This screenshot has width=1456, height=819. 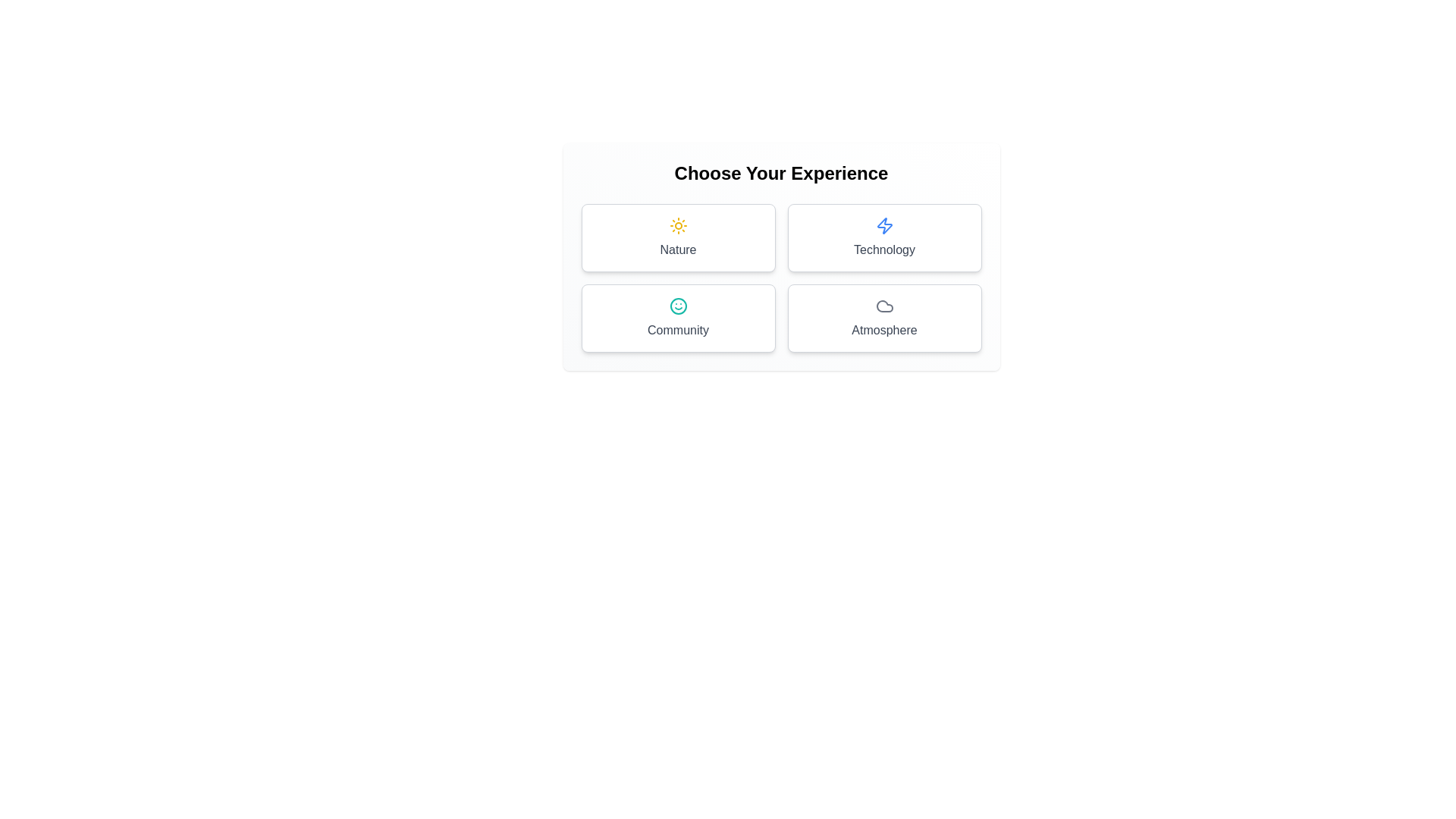 I want to click on the button representing the theme Atmosphere, so click(x=884, y=318).